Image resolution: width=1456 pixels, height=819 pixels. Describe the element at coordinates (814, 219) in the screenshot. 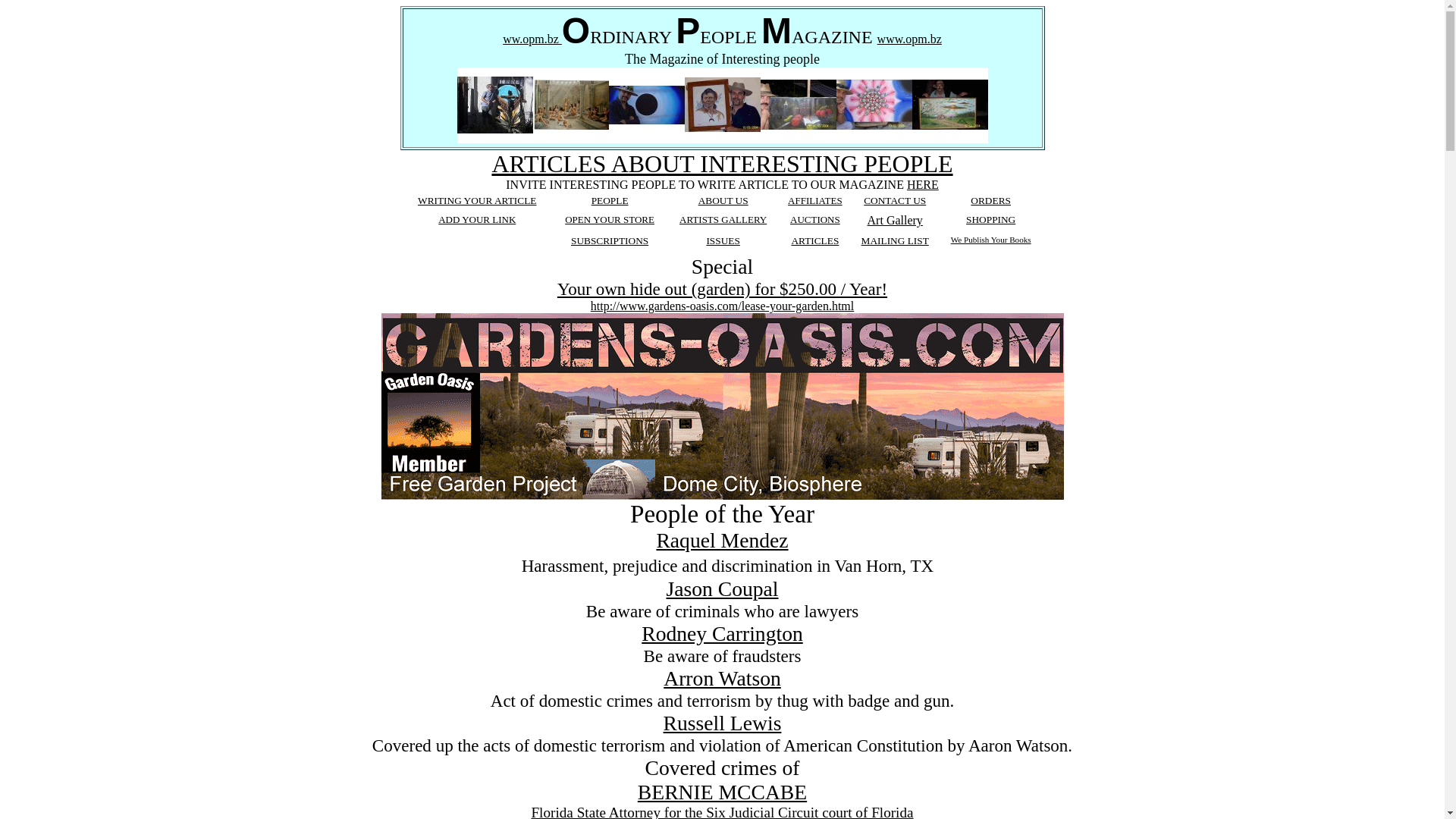

I see `'AUCTIONS'` at that location.